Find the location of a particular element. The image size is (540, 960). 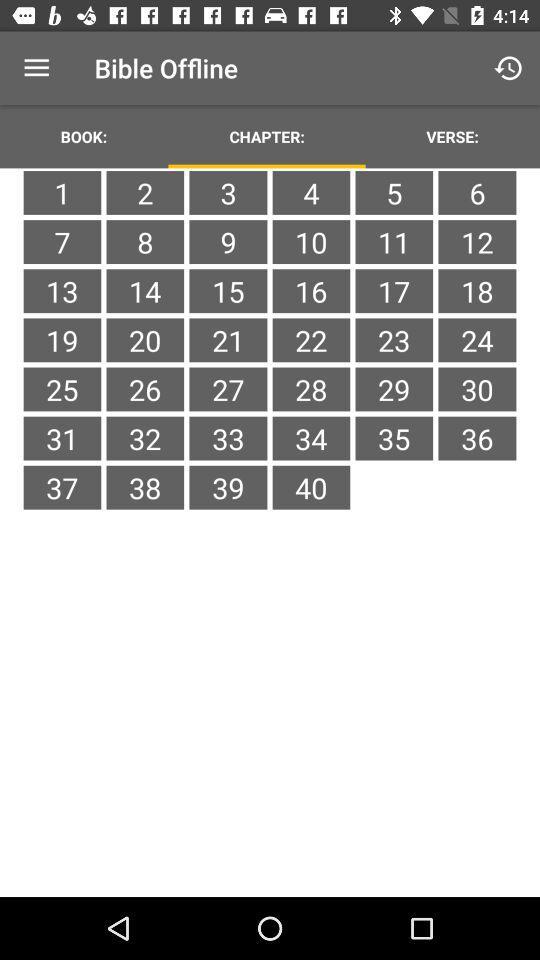

item next to the 22 item is located at coordinates (394, 388).